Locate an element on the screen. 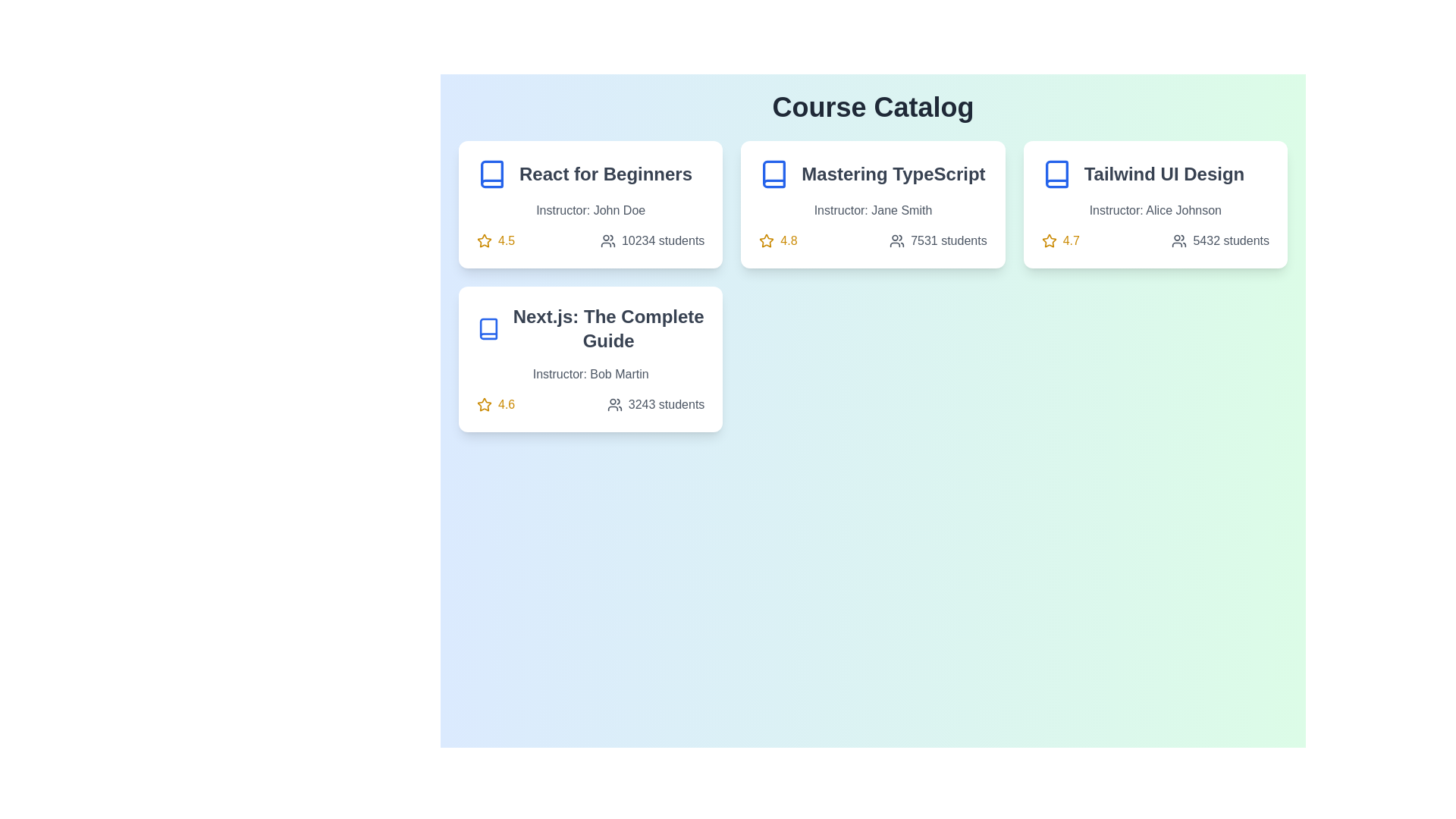  the 'Mastering TypeScript' course card, which is the second card in the top row of a three-card grid layout, positioned between 'React for Beginners' and 'Tailwind UI Design' is located at coordinates (873, 205).